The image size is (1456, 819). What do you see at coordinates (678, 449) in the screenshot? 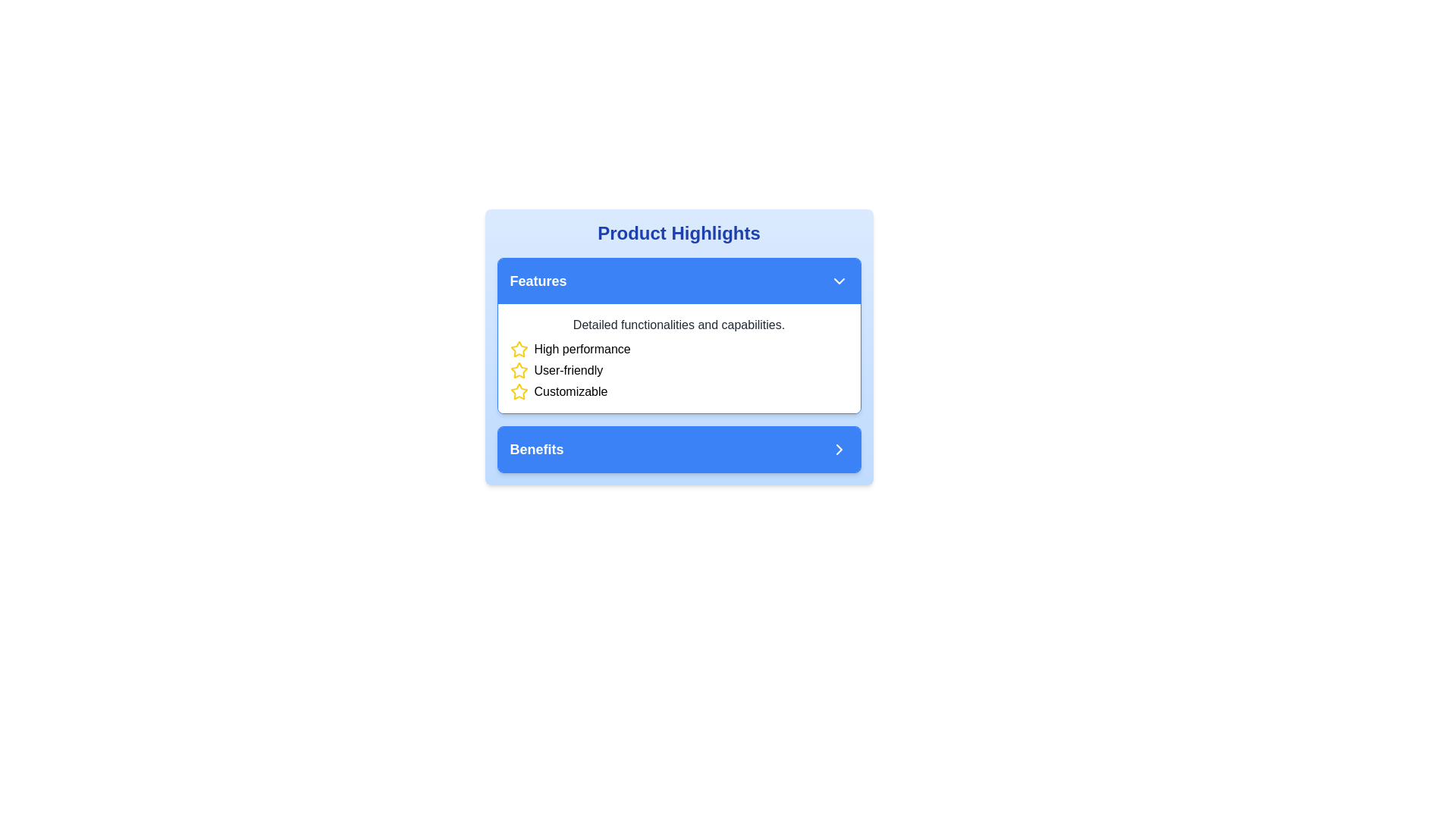
I see `the 'Benefits' button in the 'Product Highlights' panel` at bounding box center [678, 449].